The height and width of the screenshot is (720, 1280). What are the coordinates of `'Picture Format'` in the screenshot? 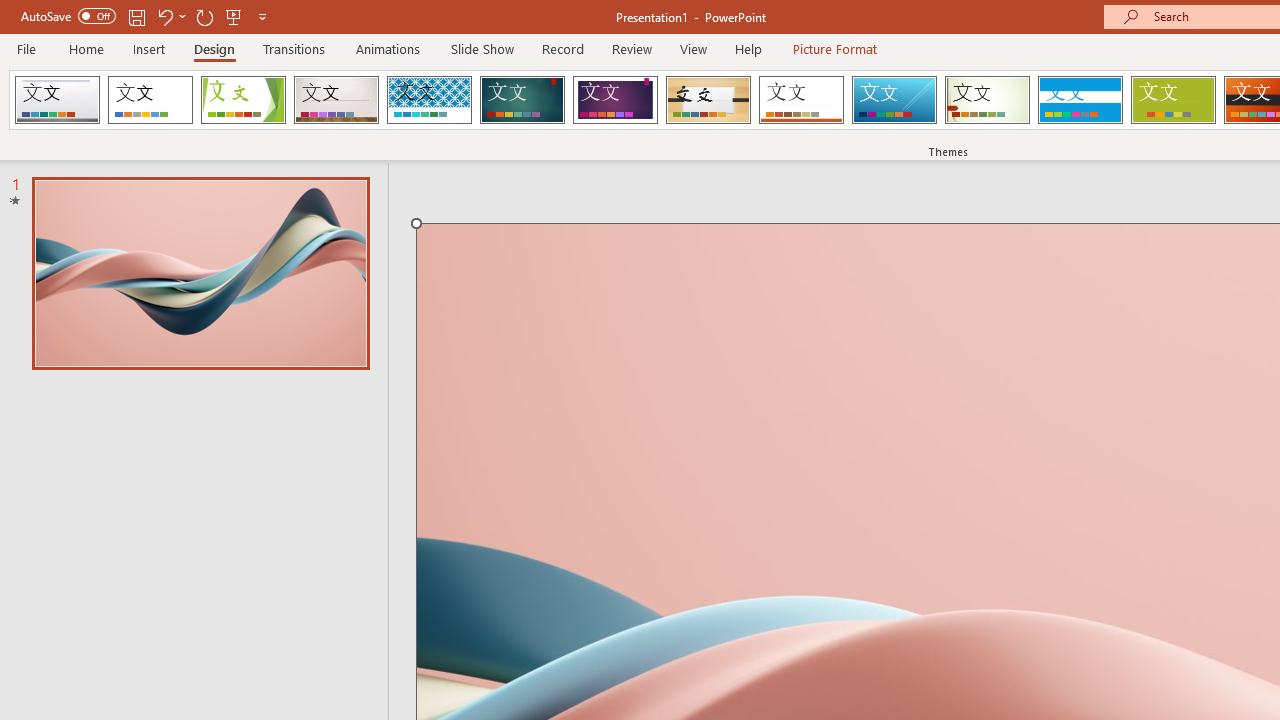 It's located at (835, 48).